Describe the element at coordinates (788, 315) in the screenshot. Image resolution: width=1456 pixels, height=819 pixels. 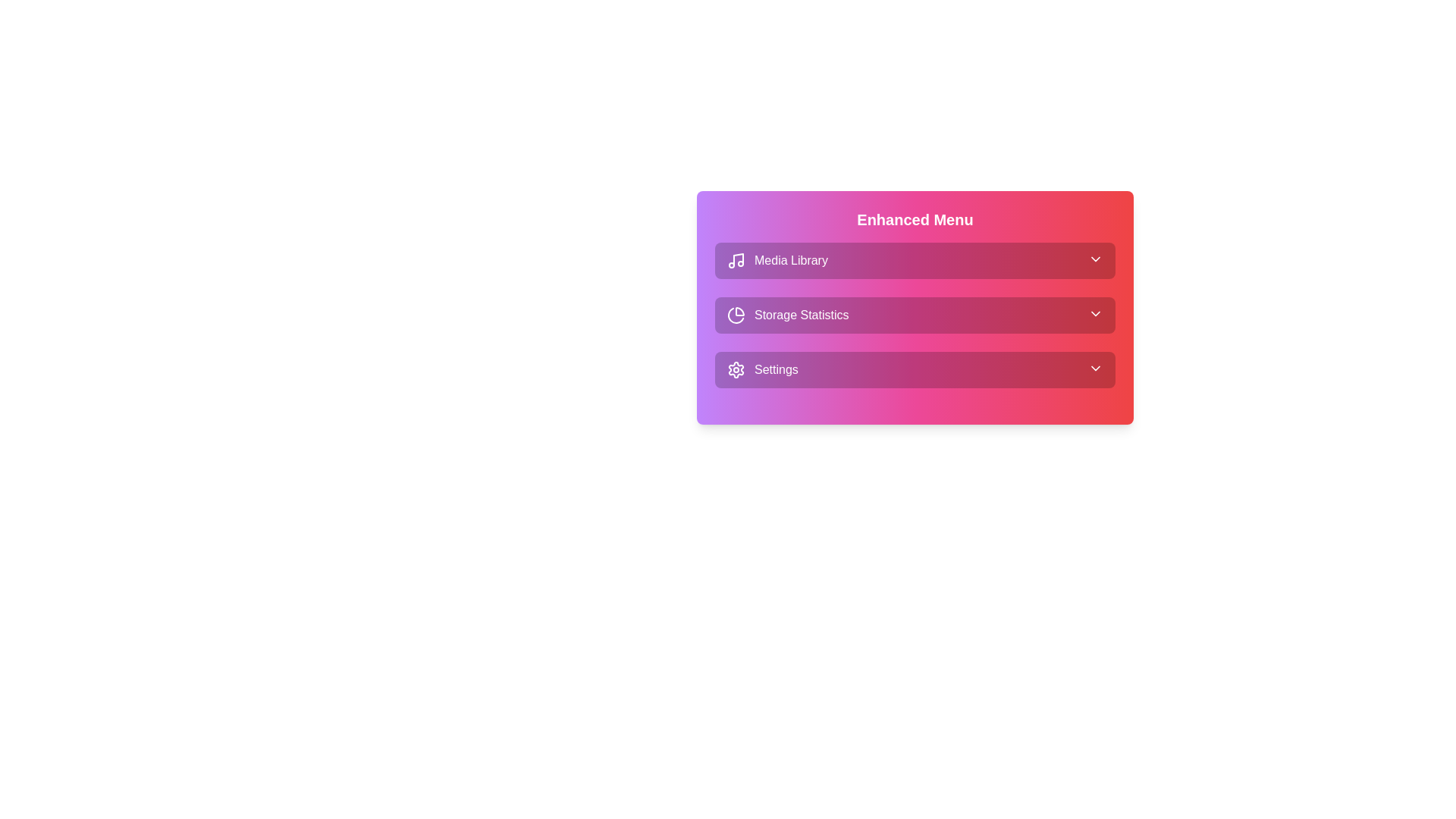
I see `the menu item for storage statistics, located in the second row of the enhanced menu panel, positioned between 'Media Library' and 'Settings'` at that location.